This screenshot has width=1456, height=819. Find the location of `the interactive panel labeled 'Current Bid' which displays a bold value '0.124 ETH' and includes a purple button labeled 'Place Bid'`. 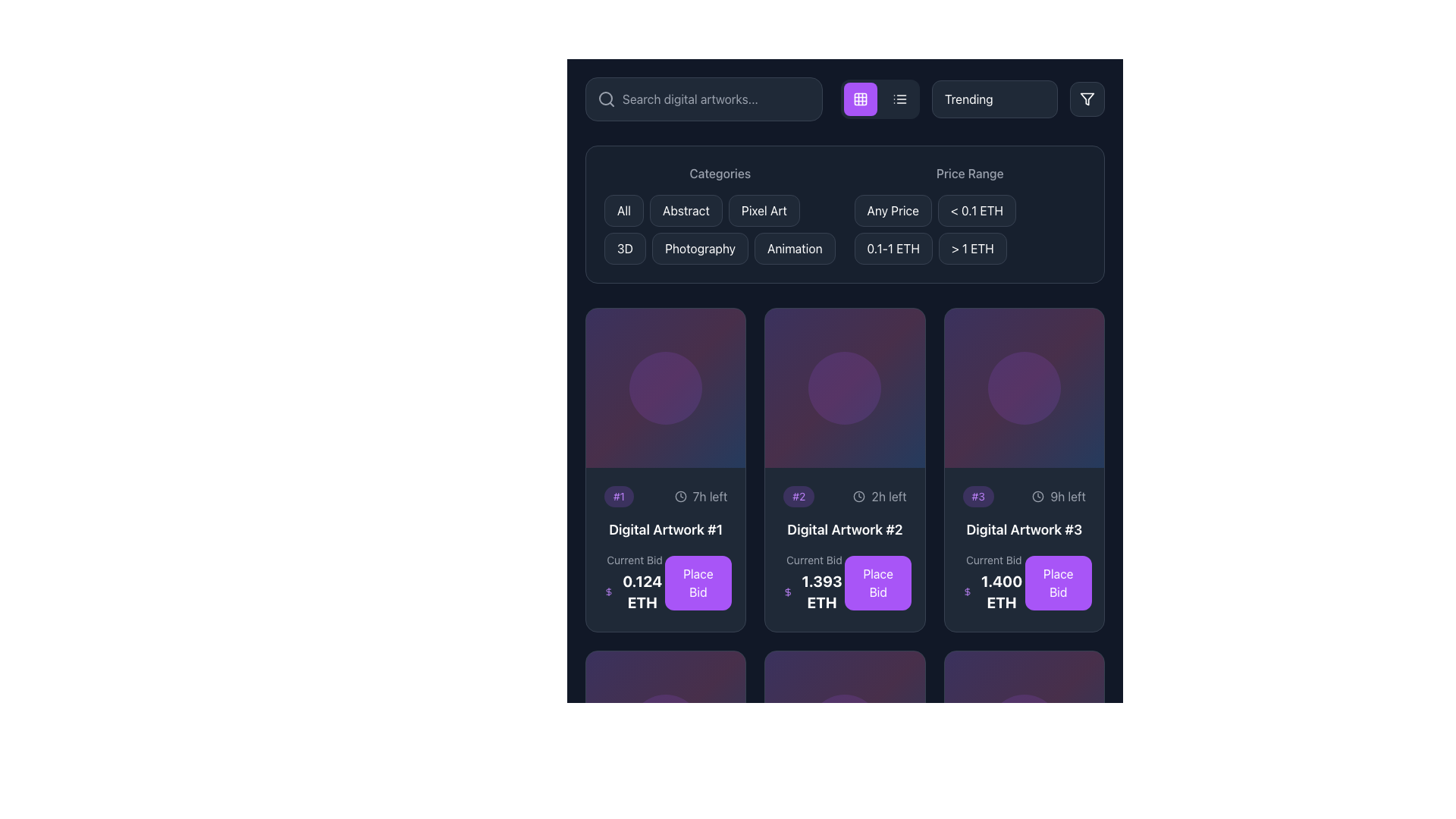

the interactive panel labeled 'Current Bid' which displays a bold value '0.124 ETH' and includes a purple button labeled 'Place Bid' is located at coordinates (666, 582).